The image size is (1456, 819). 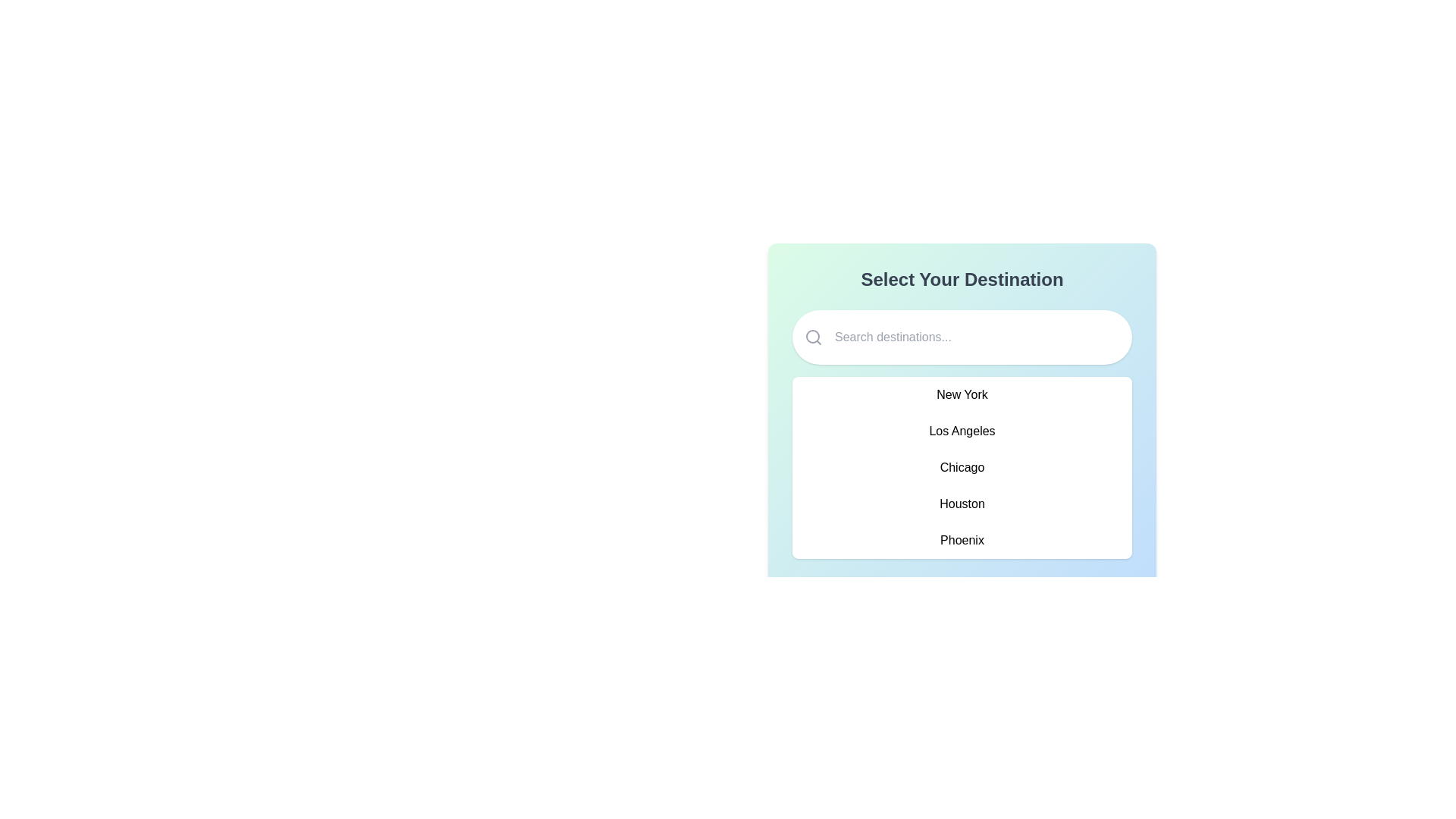 I want to click on the third item in the list of destinations, which represents the 'Chicago' option, so click(x=961, y=467).